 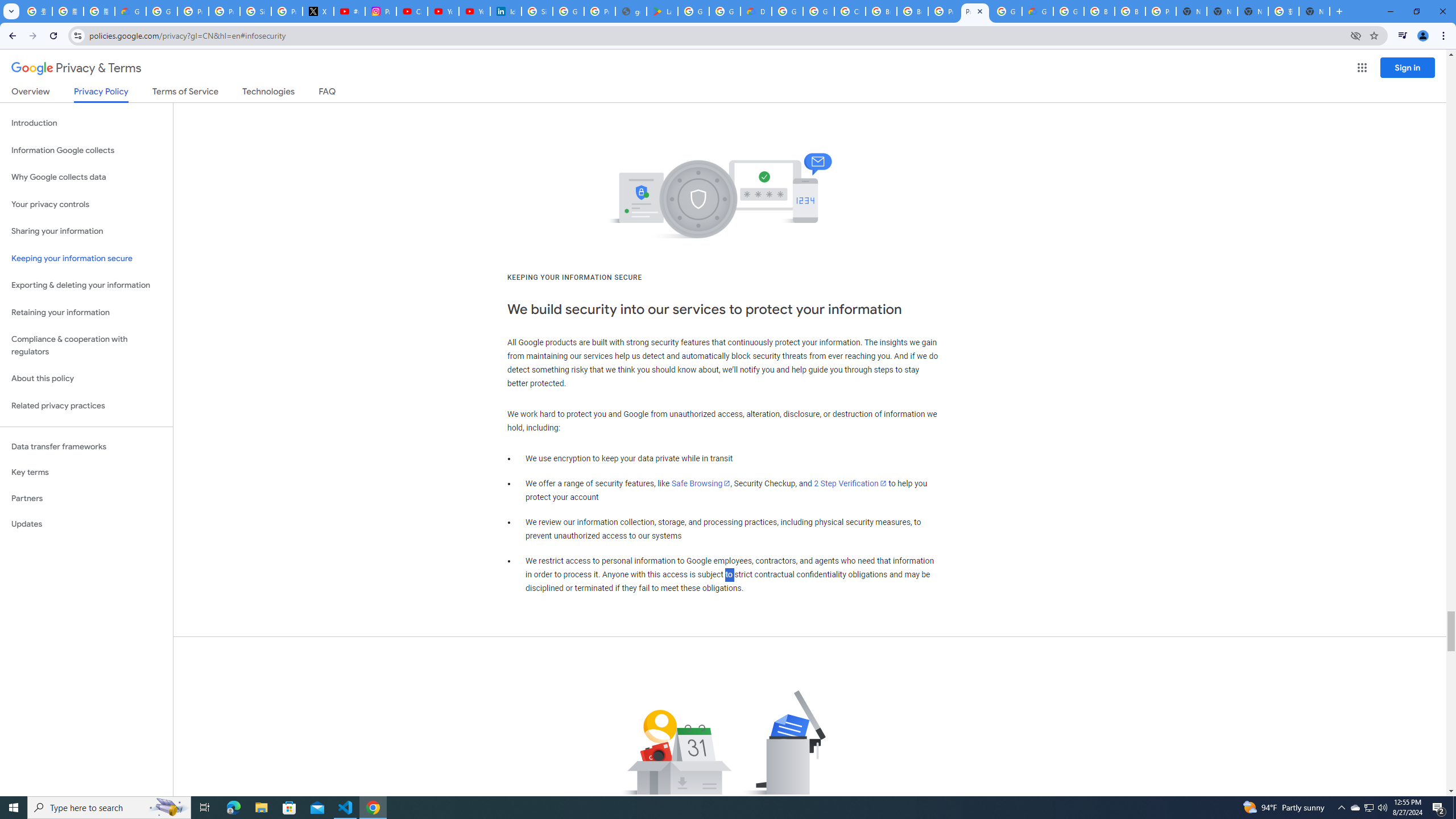 I want to click on 'About this policy', so click(x=86, y=379).